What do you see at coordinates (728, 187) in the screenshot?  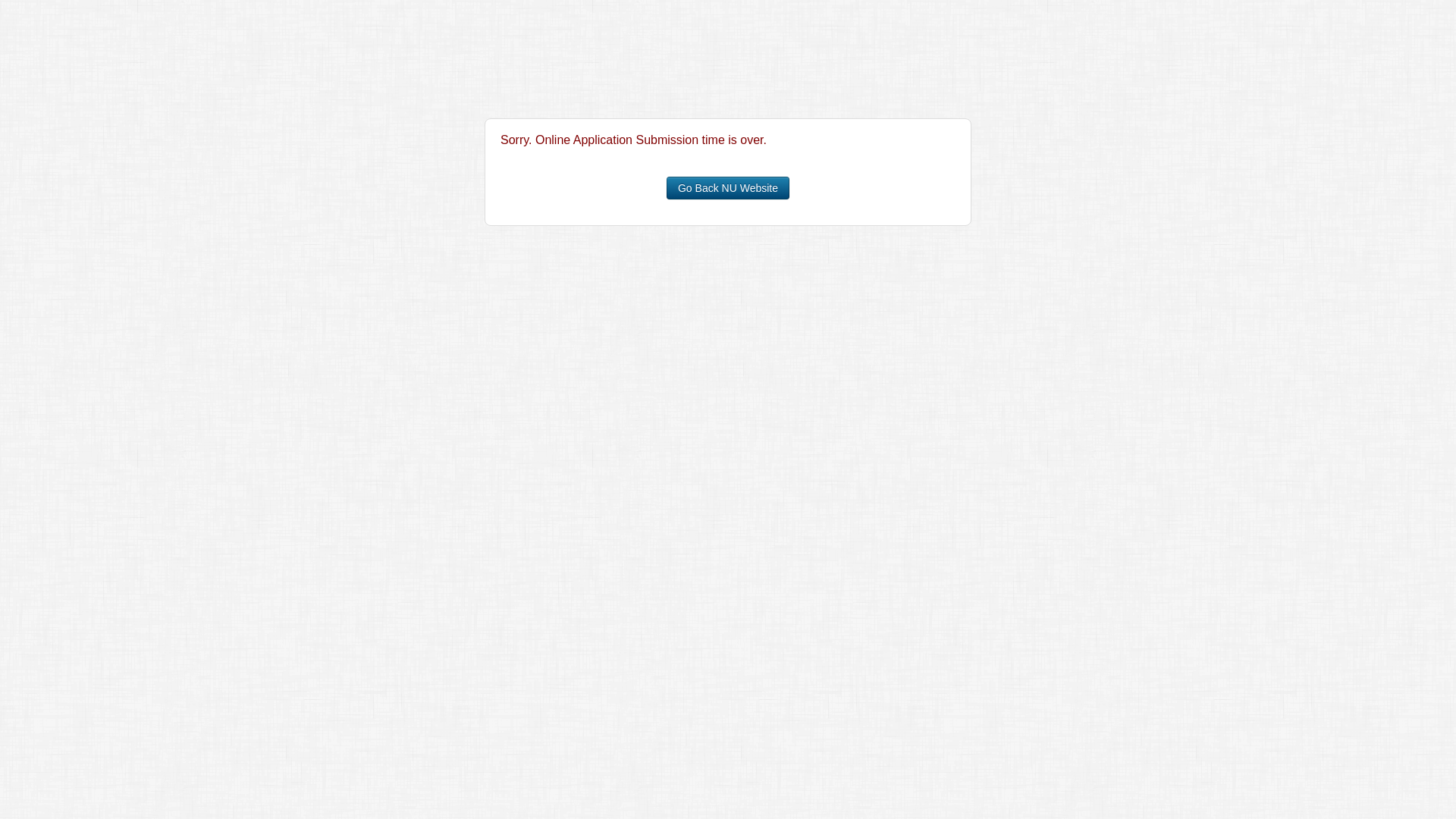 I see `'Go Back NU Website'` at bounding box center [728, 187].